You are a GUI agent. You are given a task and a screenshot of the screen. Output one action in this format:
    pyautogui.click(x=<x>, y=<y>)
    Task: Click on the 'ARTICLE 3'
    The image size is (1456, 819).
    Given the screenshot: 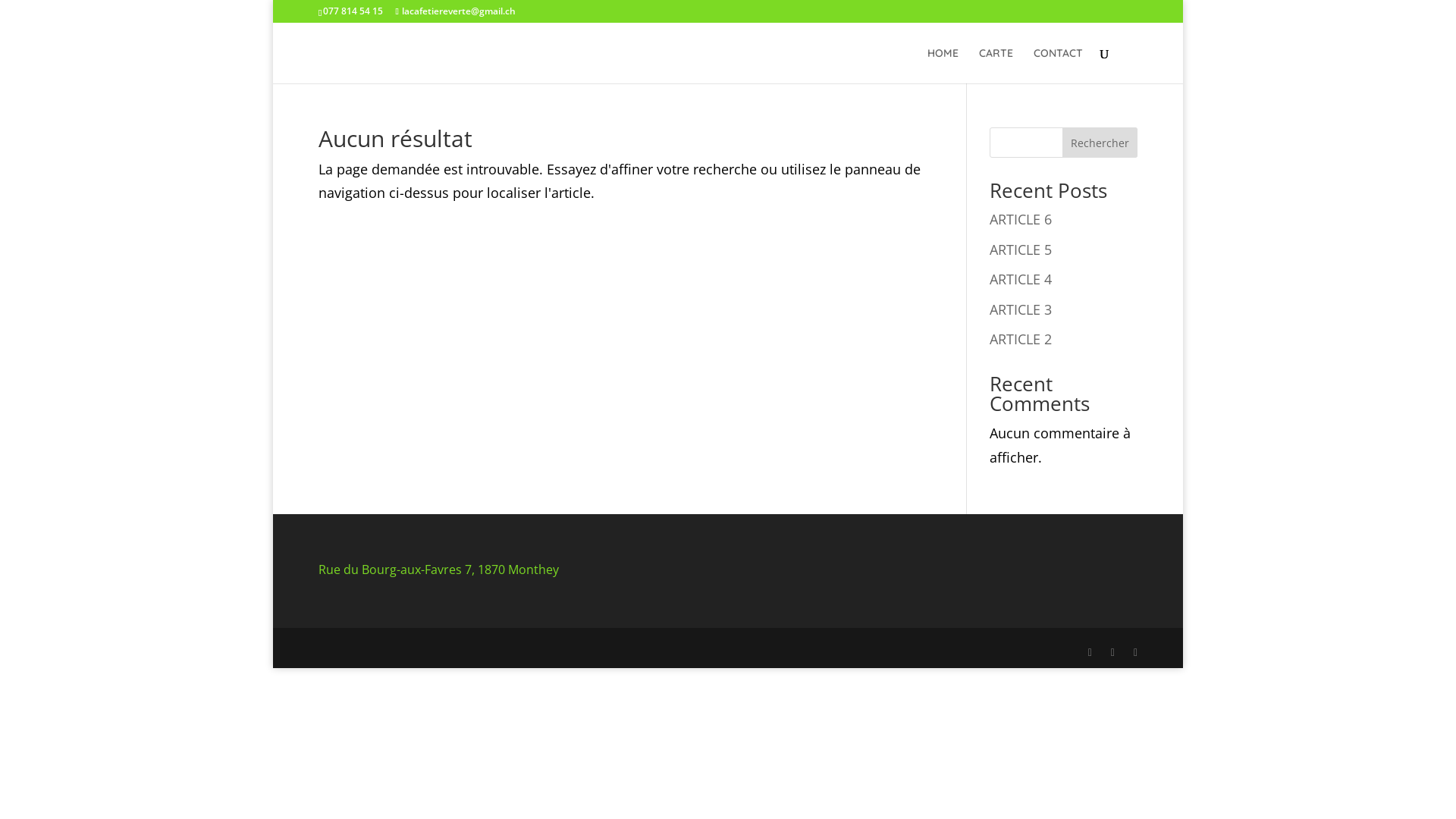 What is the action you would take?
    pyautogui.click(x=1020, y=309)
    